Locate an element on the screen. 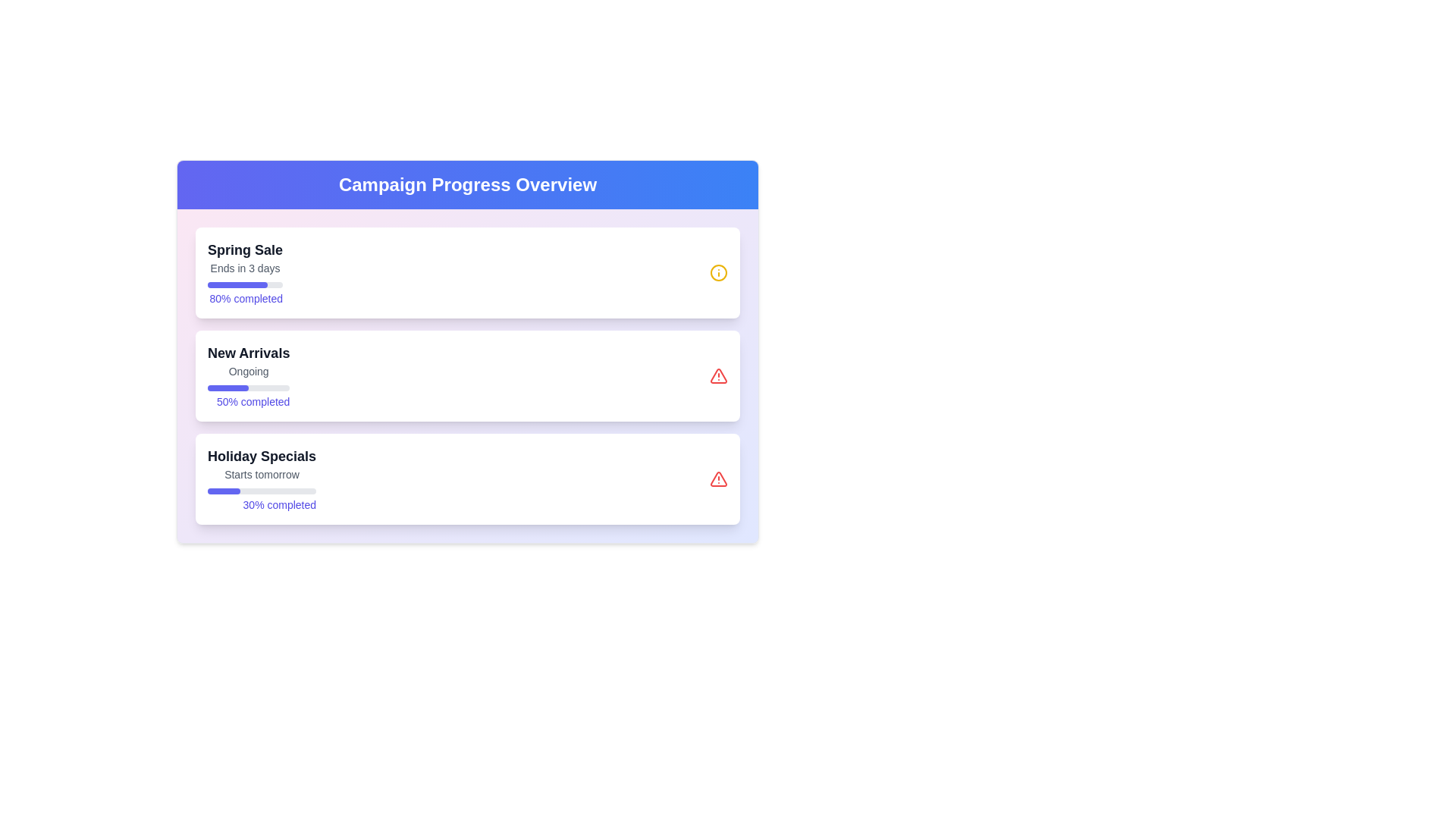 The width and height of the screenshot is (1456, 819). the text display that shows '80% completed' in bright indigo color, located below the progress bar in the 'Spring Sale' section is located at coordinates (245, 298).